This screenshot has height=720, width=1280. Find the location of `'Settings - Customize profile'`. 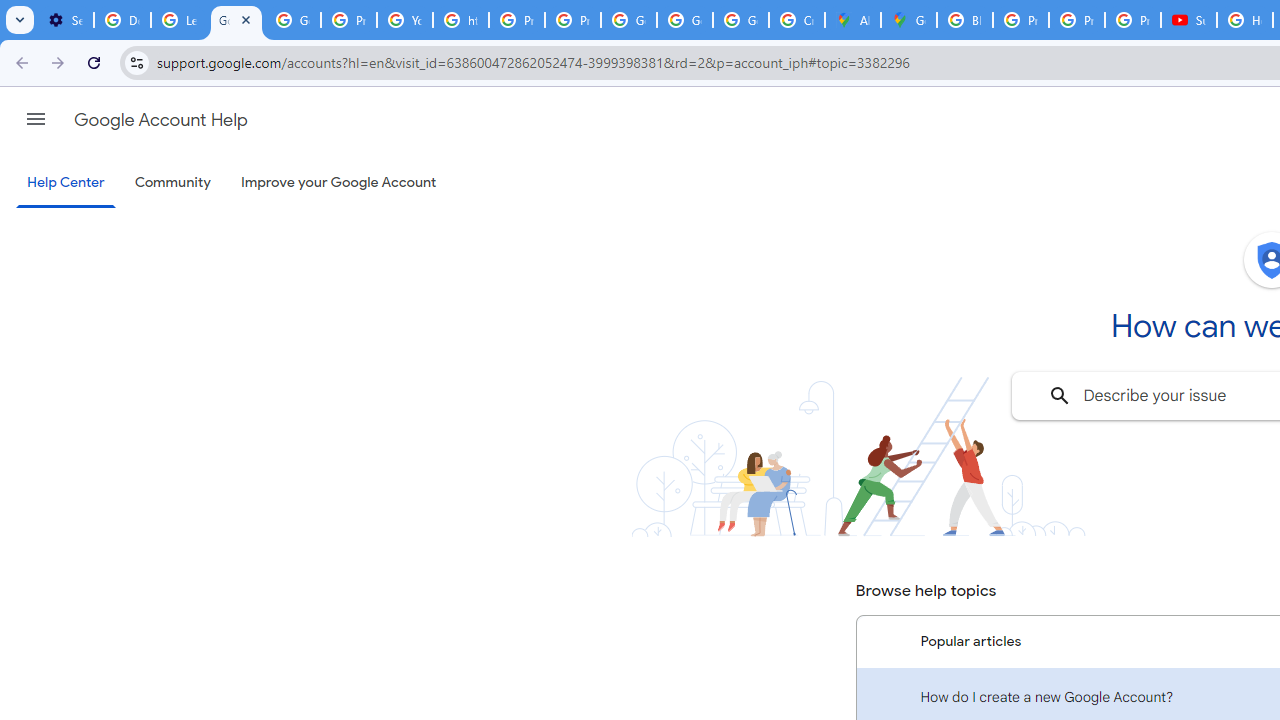

'Settings - Customize profile' is located at coordinates (65, 20).